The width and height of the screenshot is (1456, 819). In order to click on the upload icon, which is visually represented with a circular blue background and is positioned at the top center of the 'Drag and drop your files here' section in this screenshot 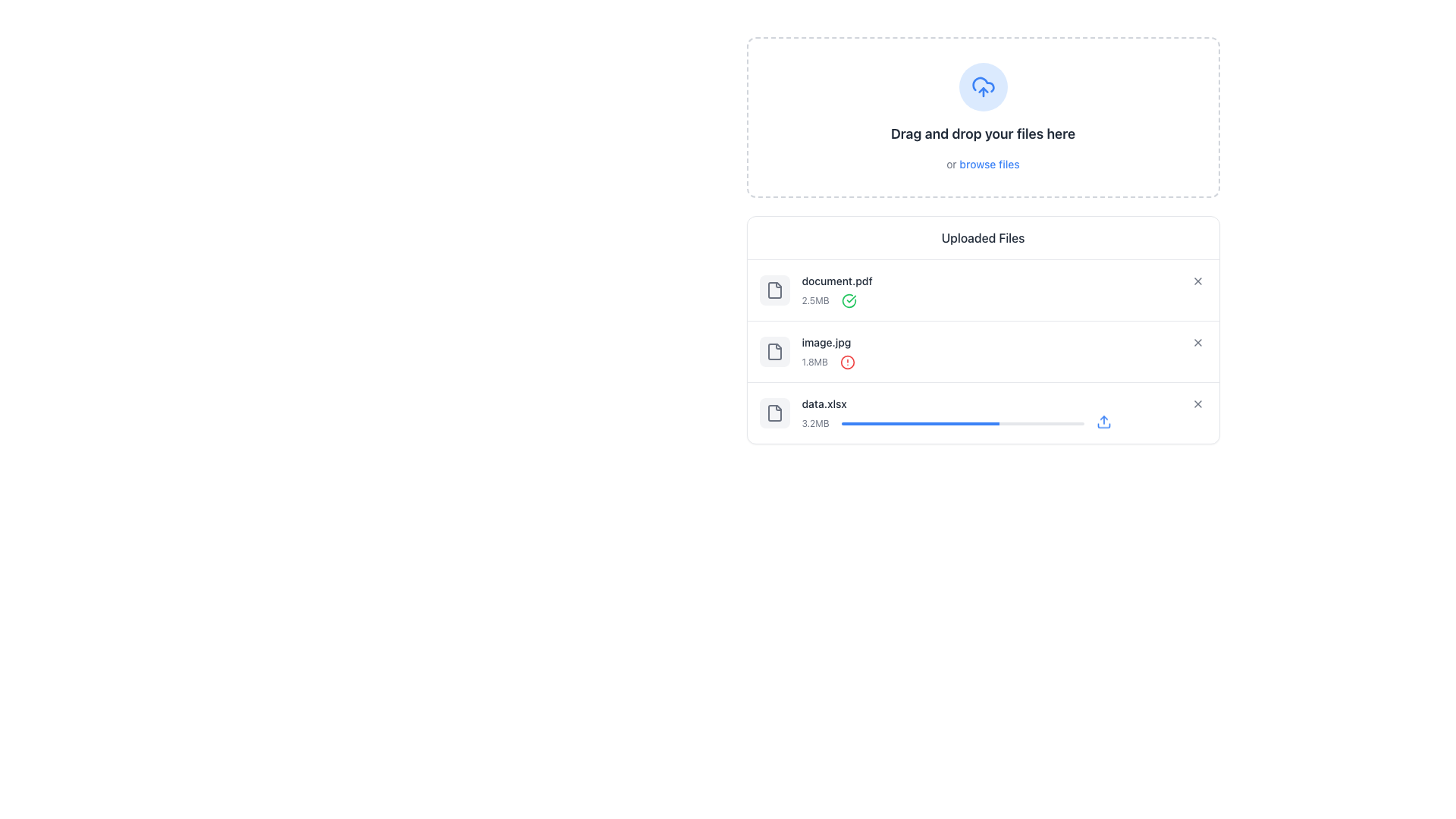, I will do `click(983, 87)`.